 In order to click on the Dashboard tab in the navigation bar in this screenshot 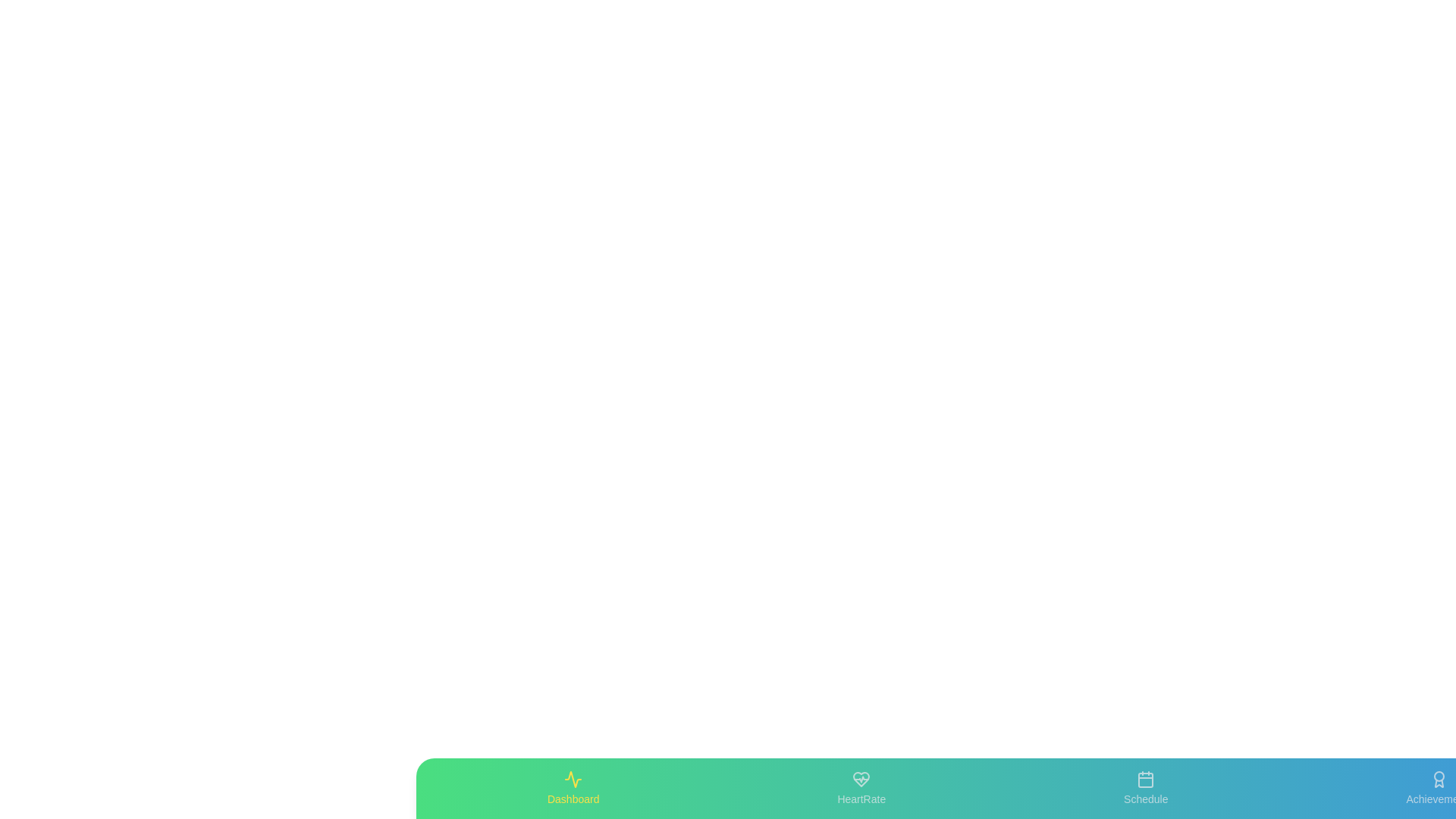, I will do `click(572, 788)`.